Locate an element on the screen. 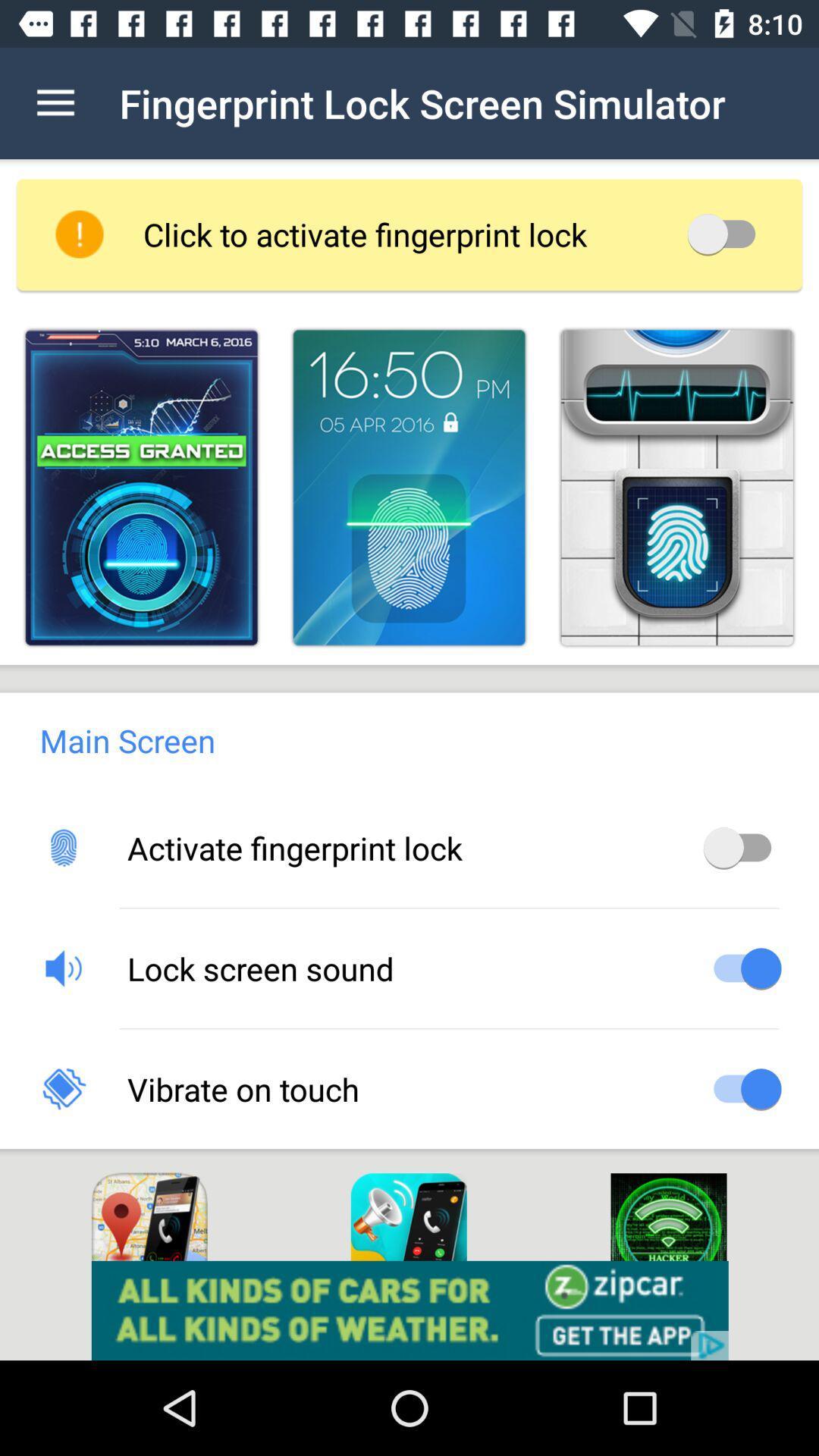  fingerprint is located at coordinates (676, 488).